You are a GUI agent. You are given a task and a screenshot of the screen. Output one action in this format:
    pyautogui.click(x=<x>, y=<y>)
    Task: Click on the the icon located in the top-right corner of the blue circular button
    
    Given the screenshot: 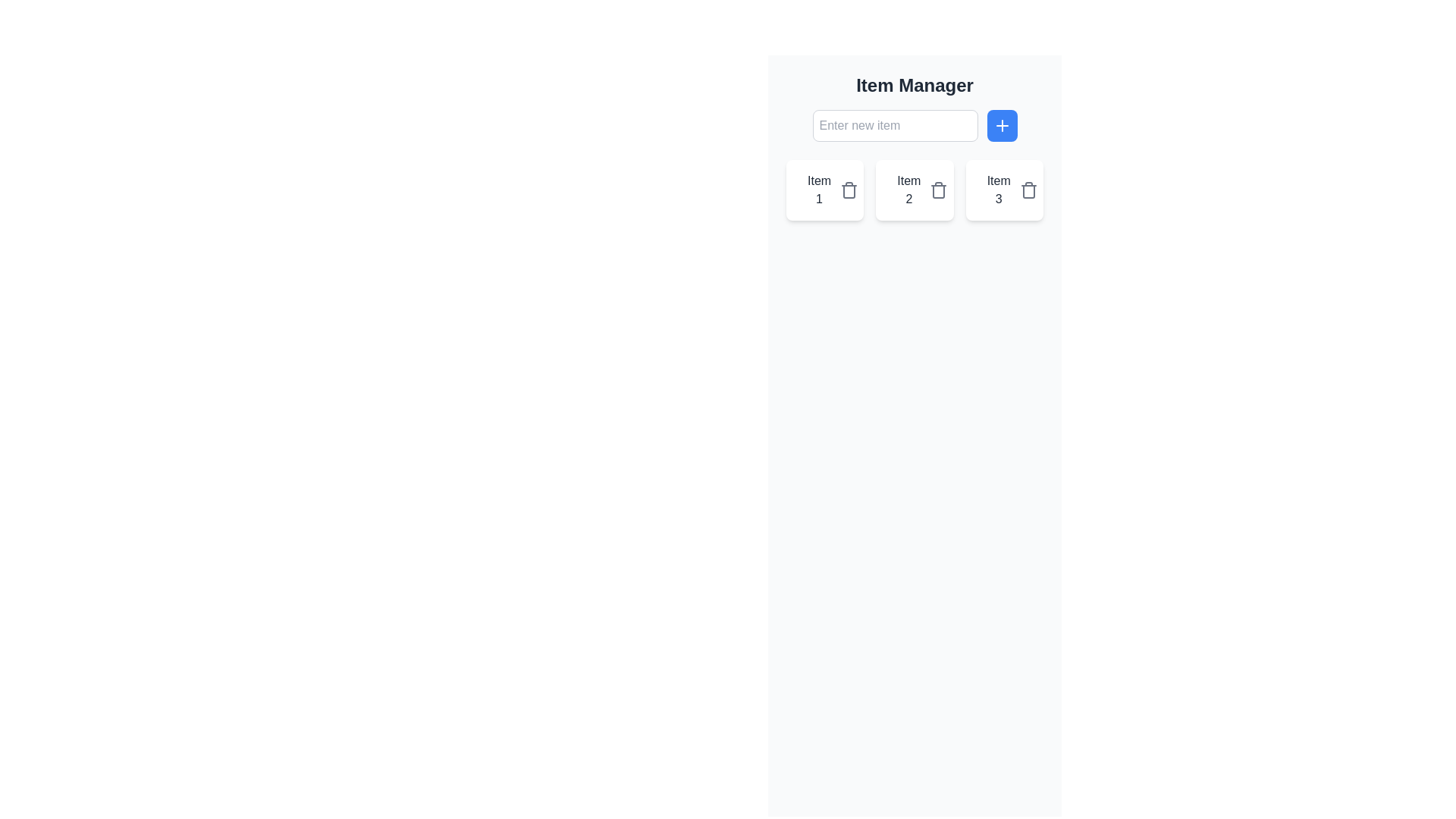 What is the action you would take?
    pyautogui.click(x=1002, y=124)
    